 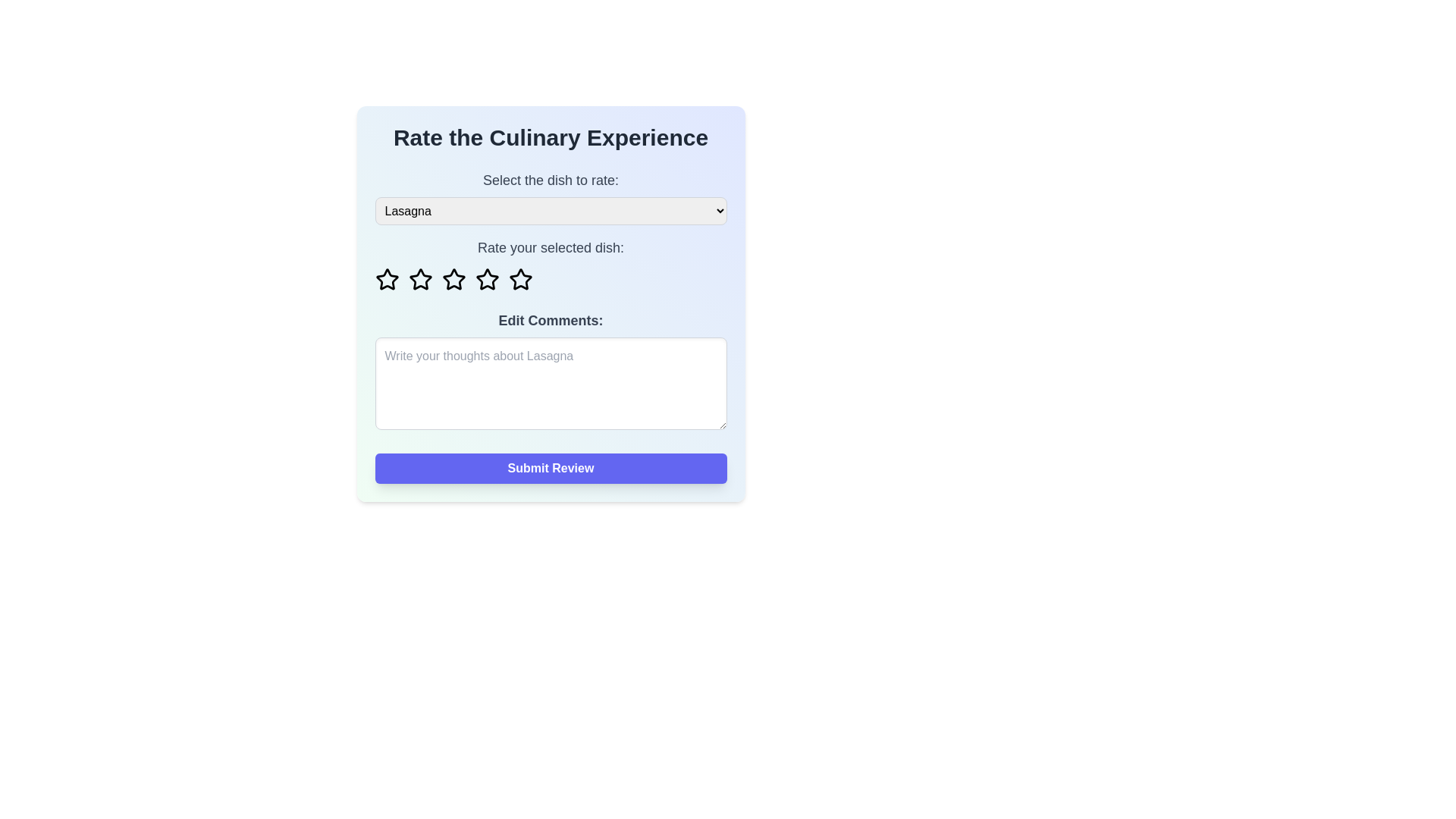 What do you see at coordinates (420, 280) in the screenshot?
I see `the second star icon in the row of five stars used for rating a dish` at bounding box center [420, 280].